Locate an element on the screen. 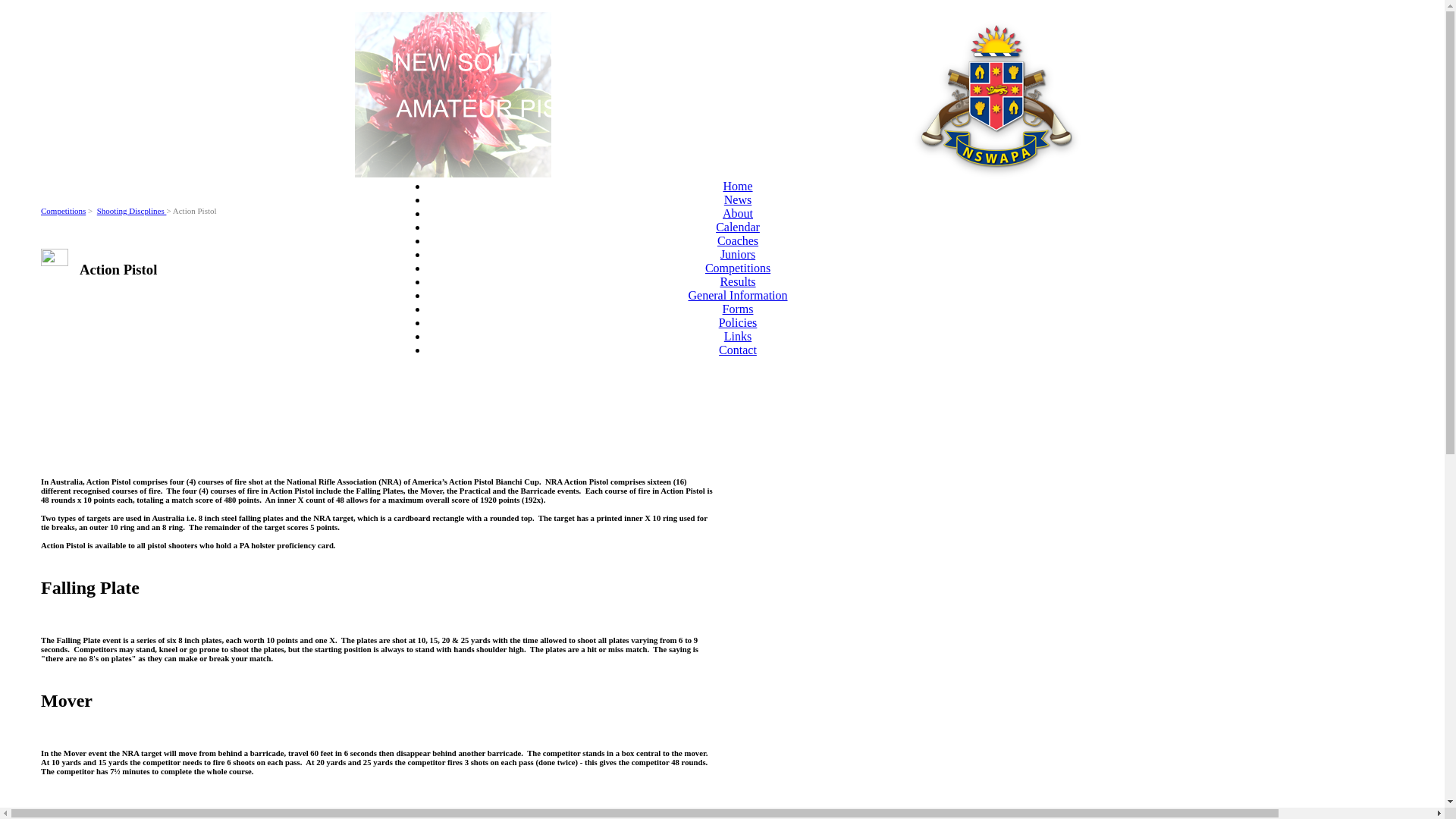 The height and width of the screenshot is (819, 1456). 'Juniors' is located at coordinates (720, 253).